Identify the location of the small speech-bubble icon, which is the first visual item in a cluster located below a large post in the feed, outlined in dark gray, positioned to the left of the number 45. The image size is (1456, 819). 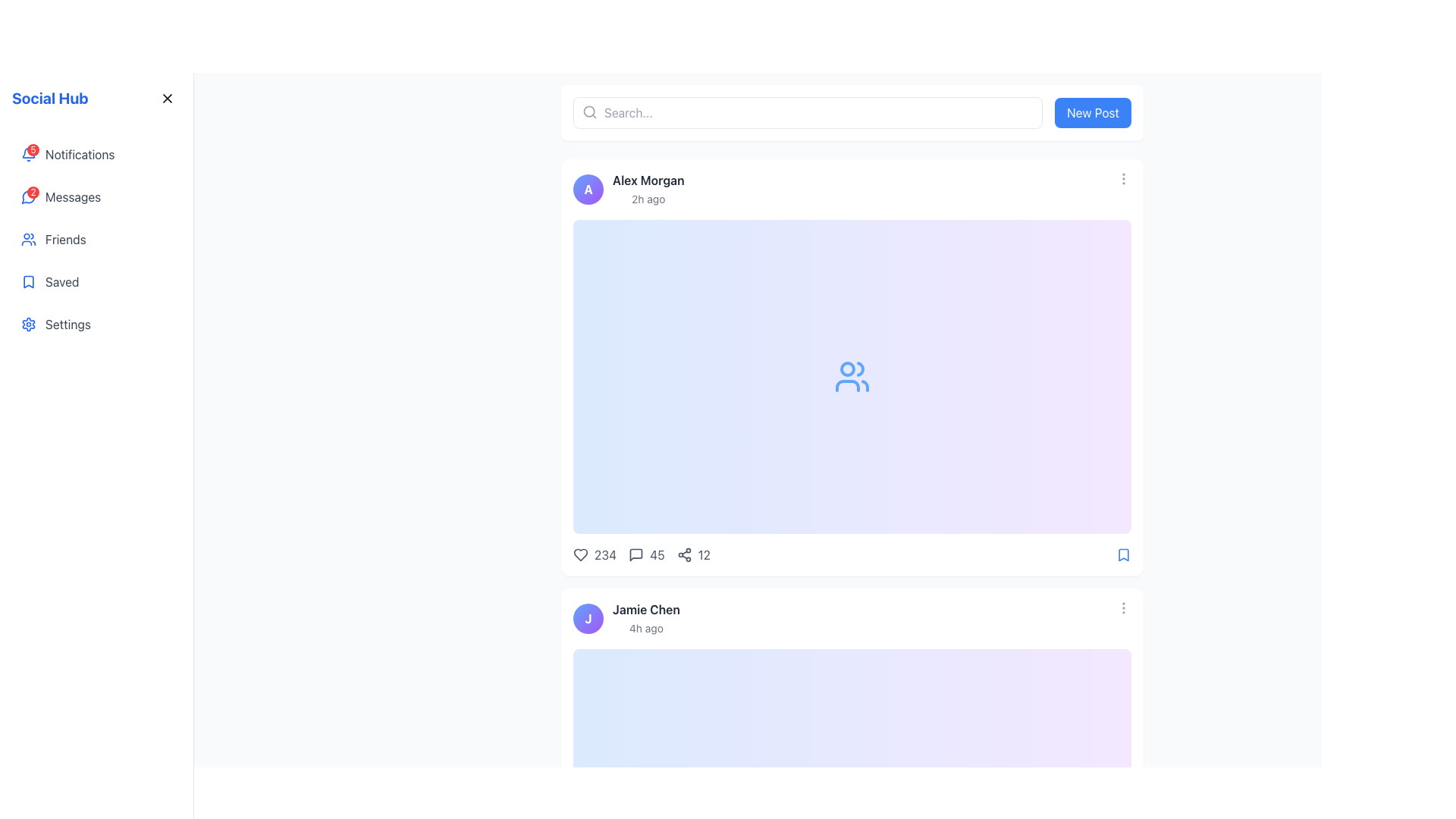
(636, 555).